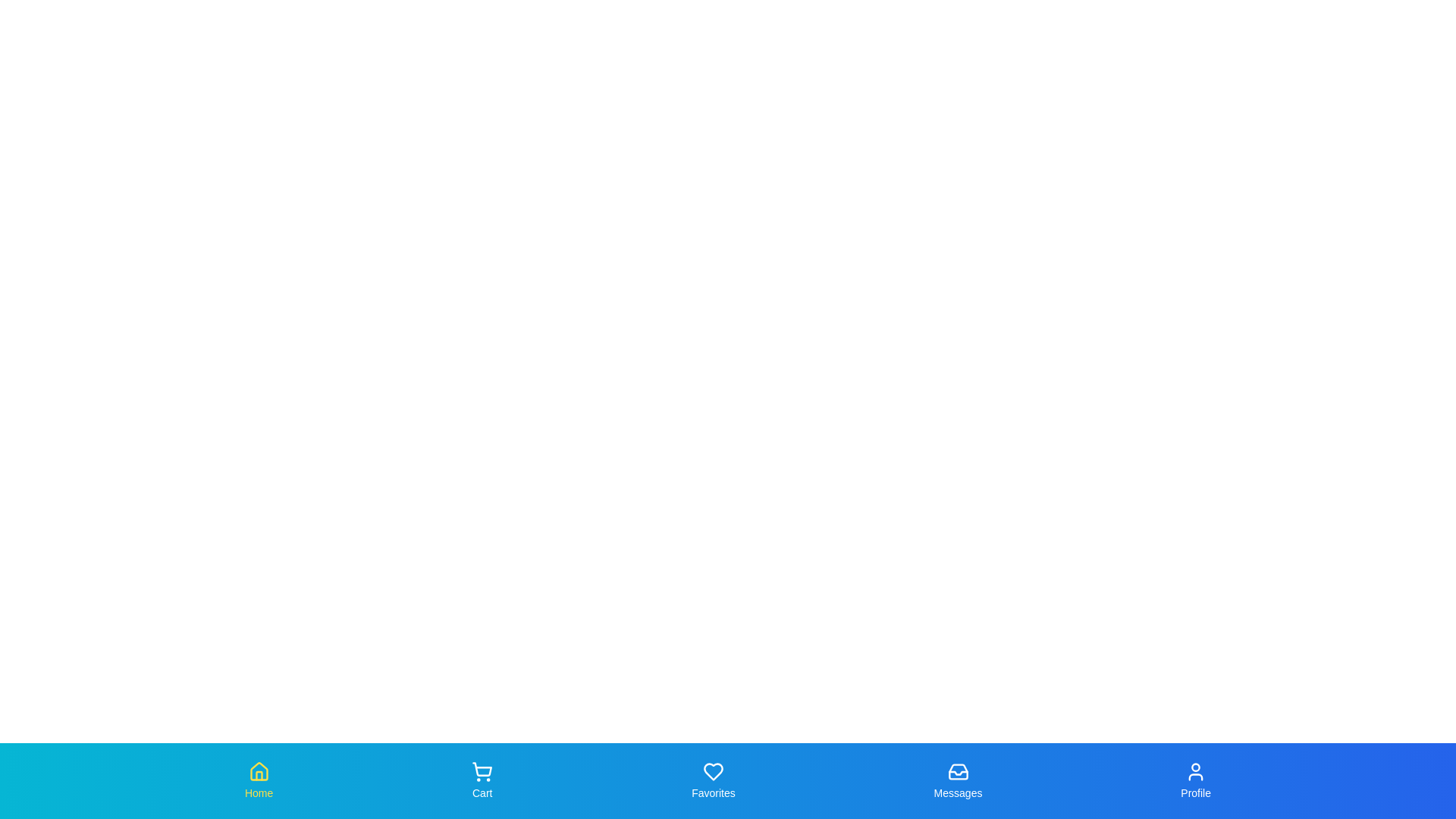  I want to click on the Home tab to observe its hover effect, so click(259, 780).